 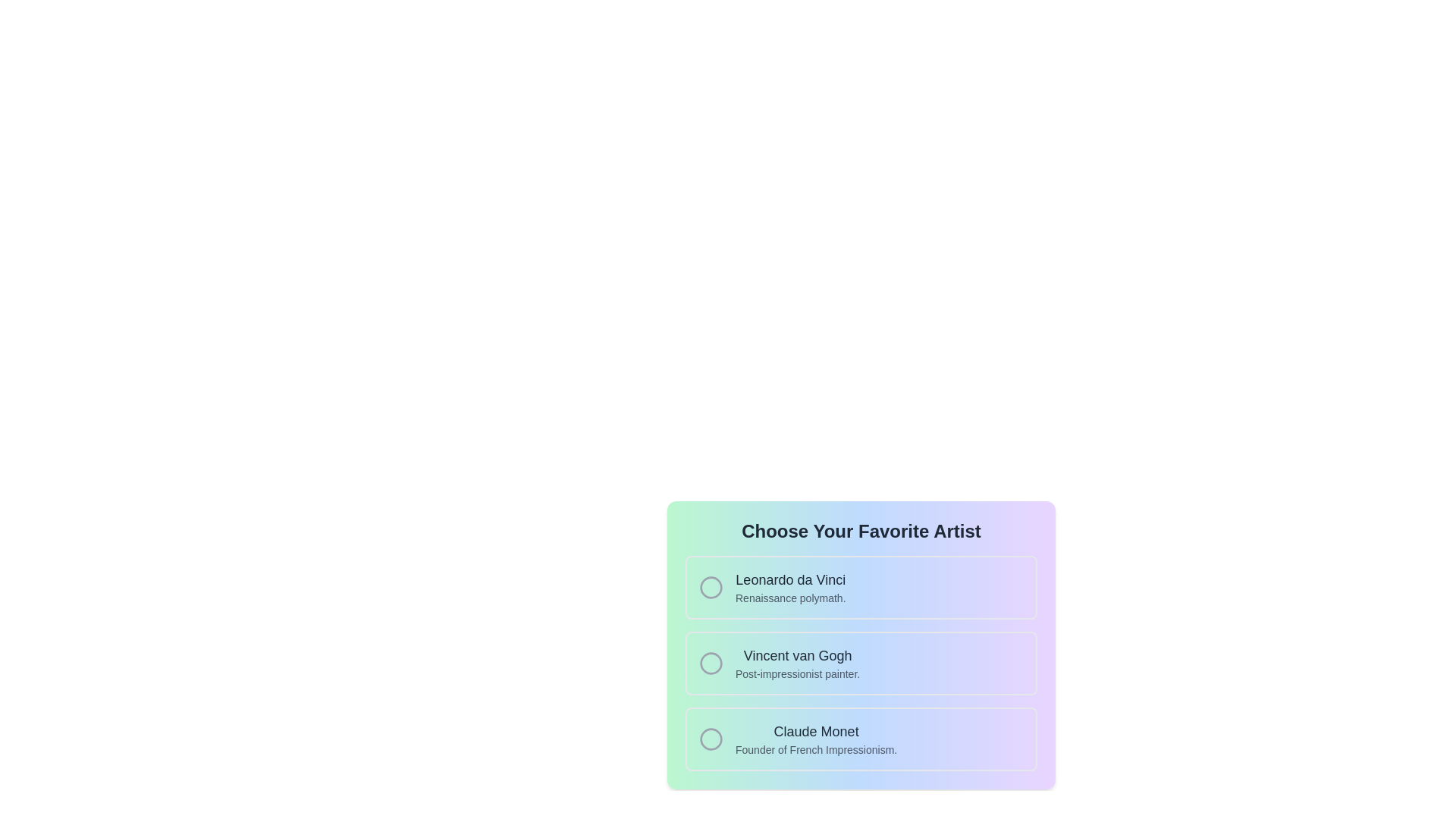 I want to click on the descriptive subtitle for 'Leonardo da Vinci' which specifies him as a 'Renaissance polymath', located directly below the heading in the vertical list of selectable items, so click(x=789, y=598).